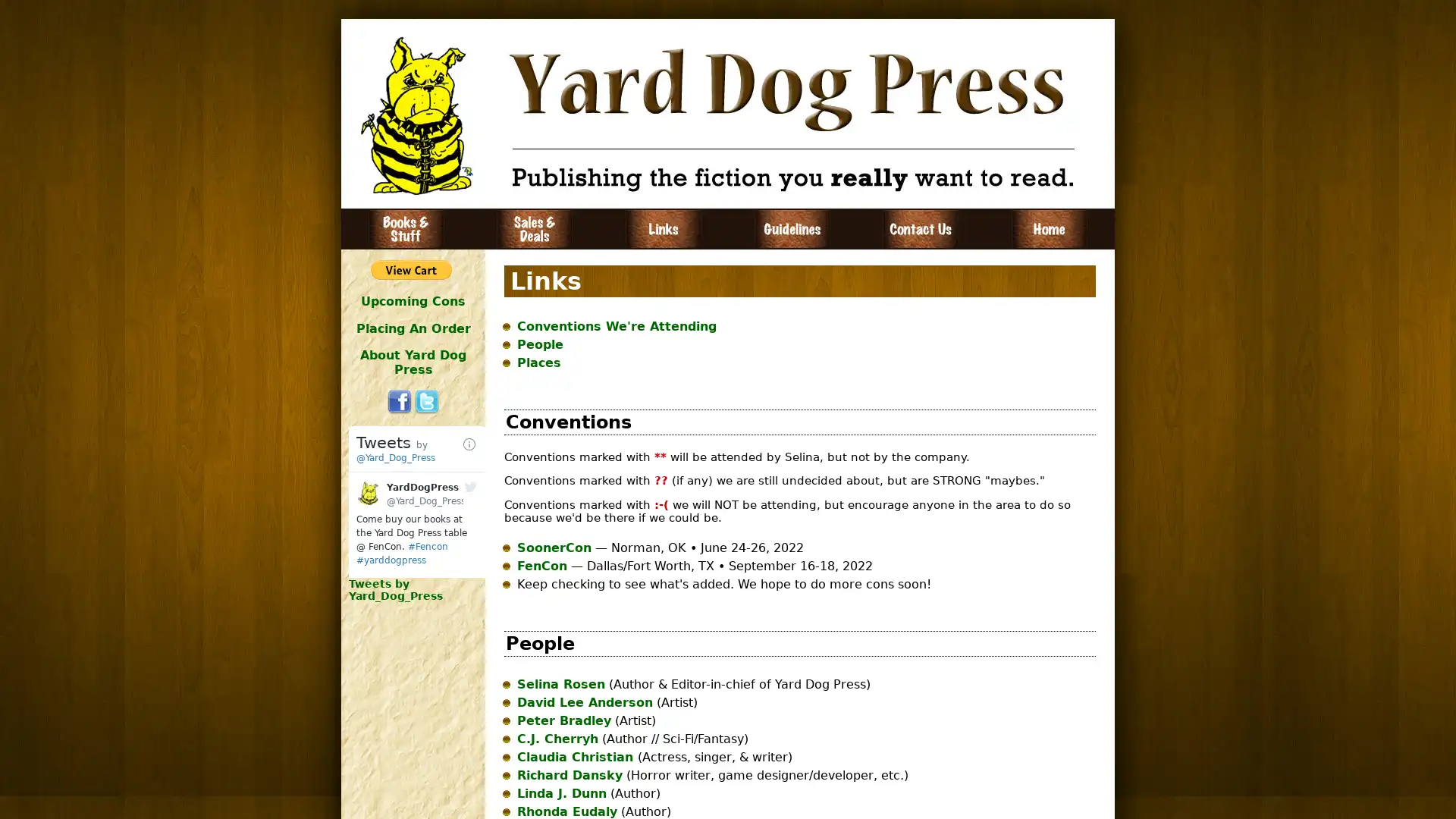 The height and width of the screenshot is (819, 1456). I want to click on PayPal - The safer, easier way to pay online, so click(411, 268).